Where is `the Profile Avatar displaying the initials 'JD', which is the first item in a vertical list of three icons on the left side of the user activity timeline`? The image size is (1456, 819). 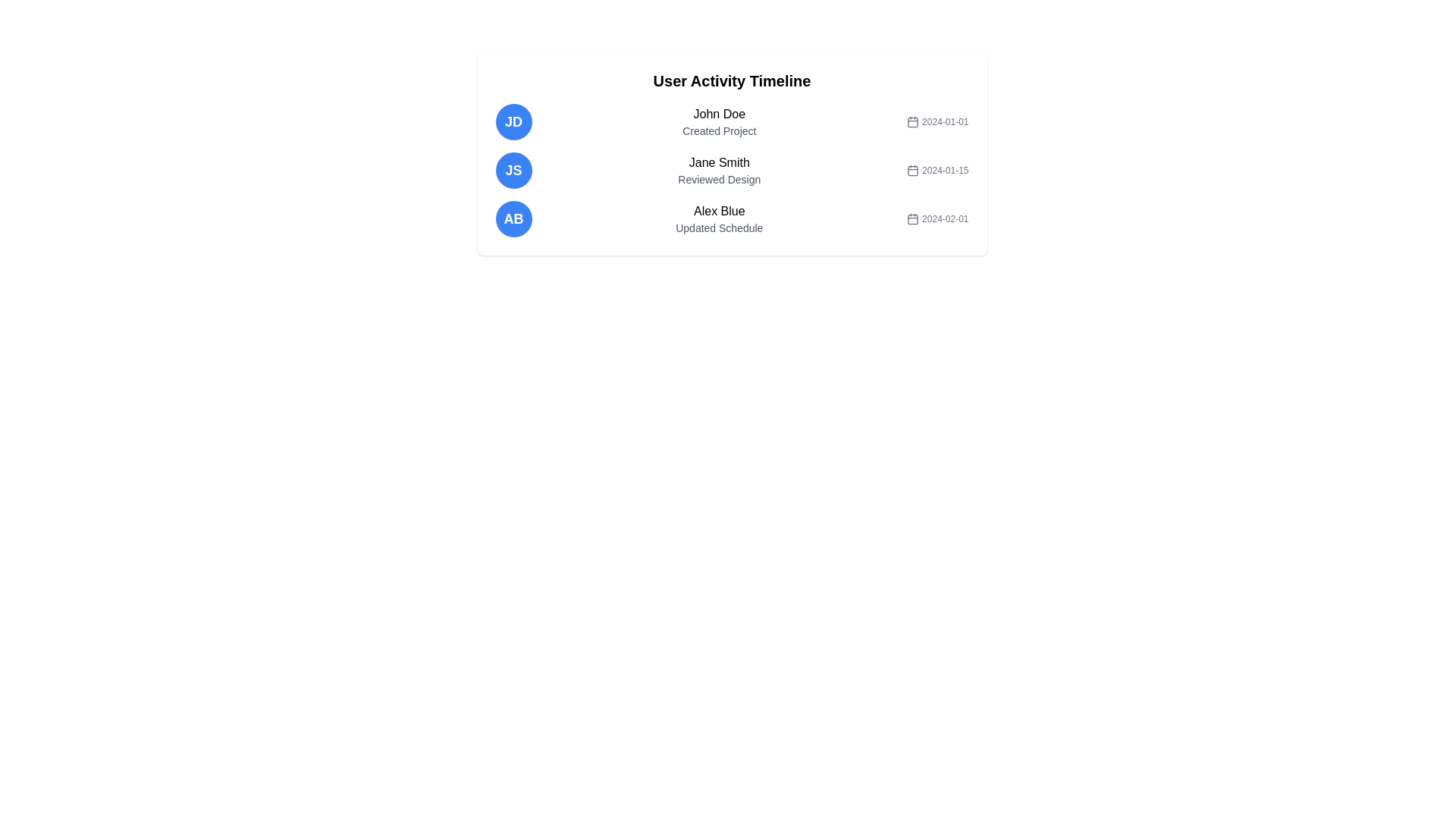 the Profile Avatar displaying the initials 'JD', which is the first item in a vertical list of three icons on the left side of the user activity timeline is located at coordinates (513, 121).